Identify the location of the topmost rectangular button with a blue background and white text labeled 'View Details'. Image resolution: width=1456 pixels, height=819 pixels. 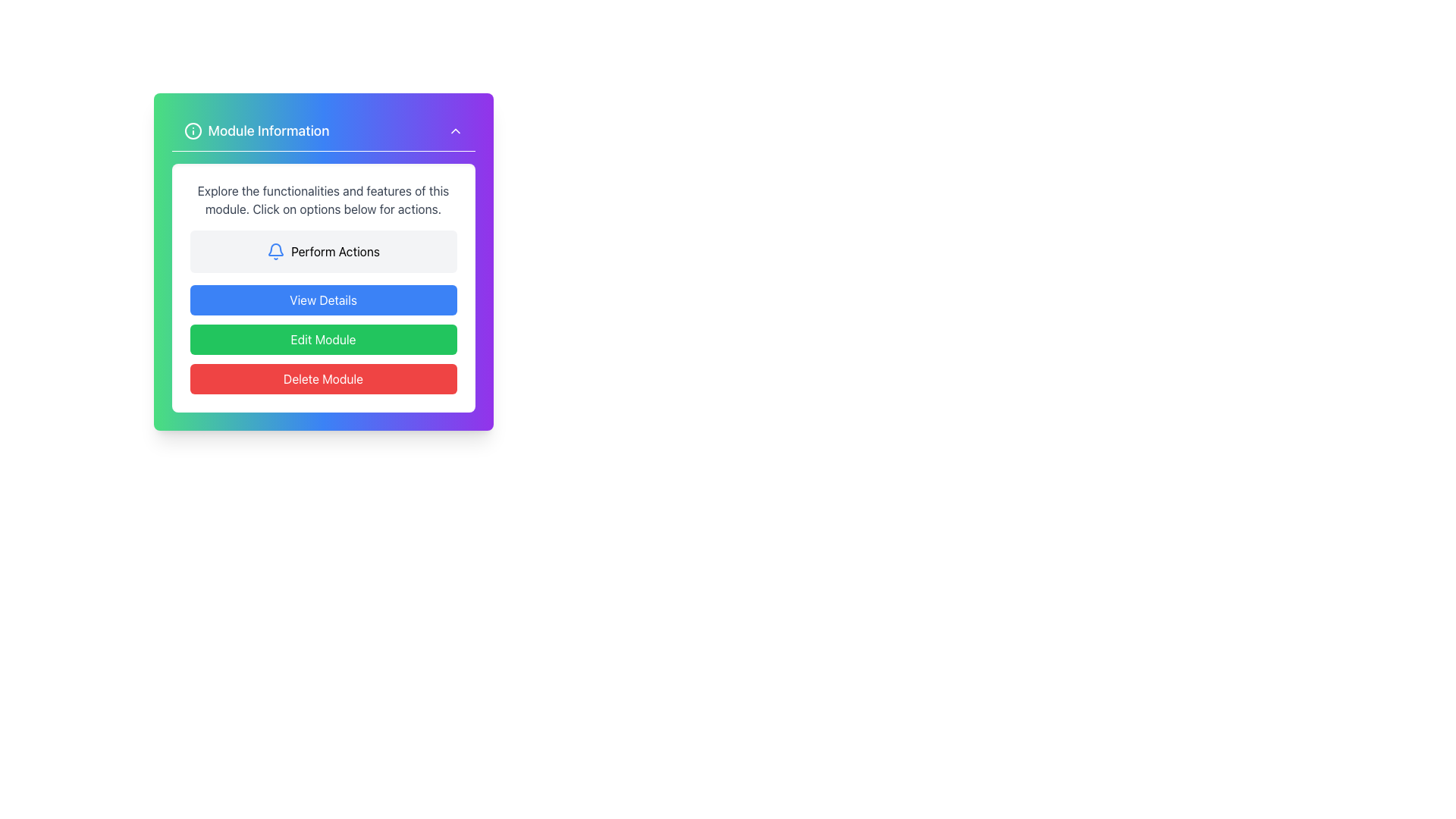
(322, 300).